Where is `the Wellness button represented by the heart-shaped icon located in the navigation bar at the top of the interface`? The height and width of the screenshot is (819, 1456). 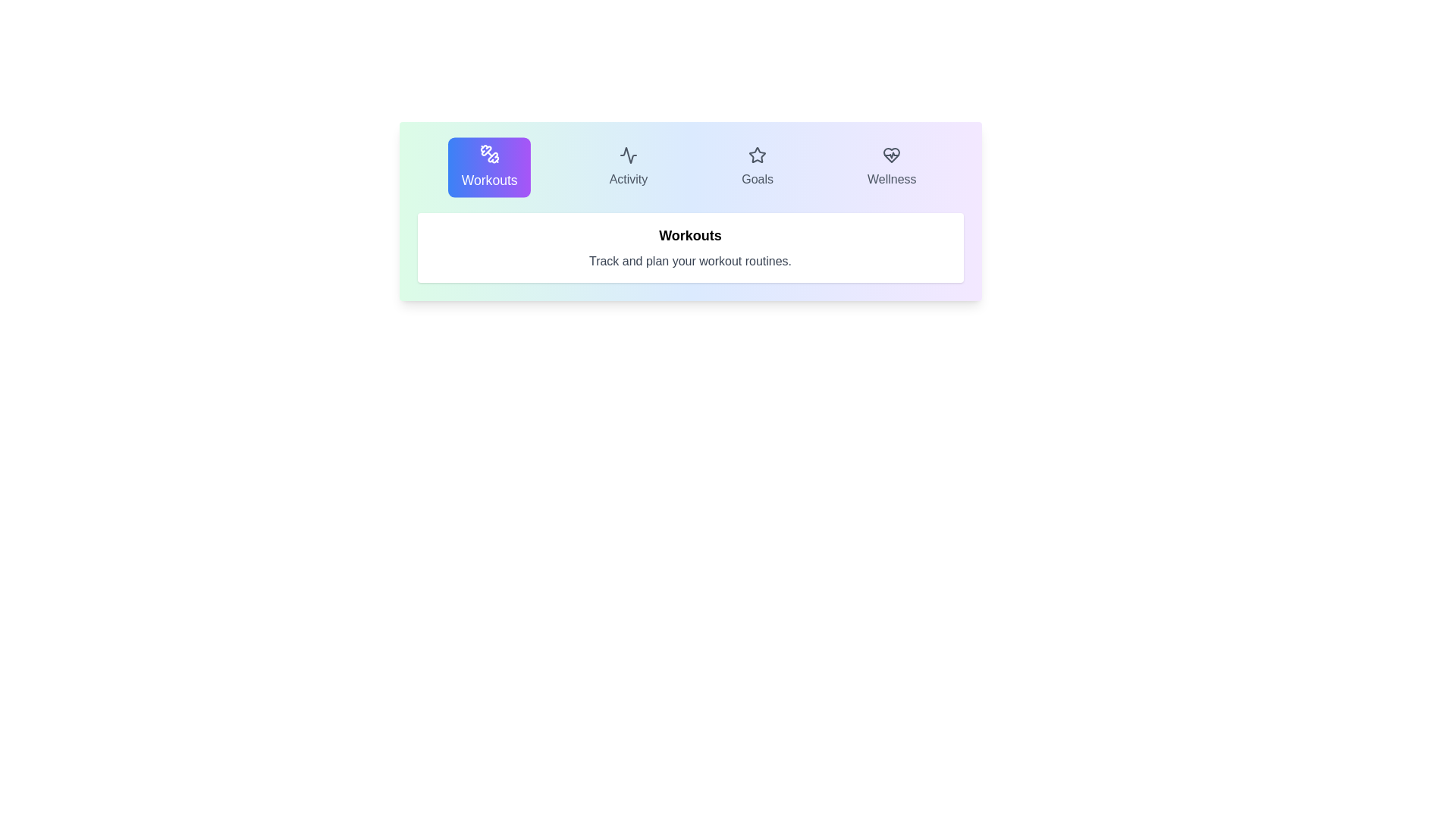
the Wellness button represented by the heart-shaped icon located in the navigation bar at the top of the interface is located at coordinates (892, 155).